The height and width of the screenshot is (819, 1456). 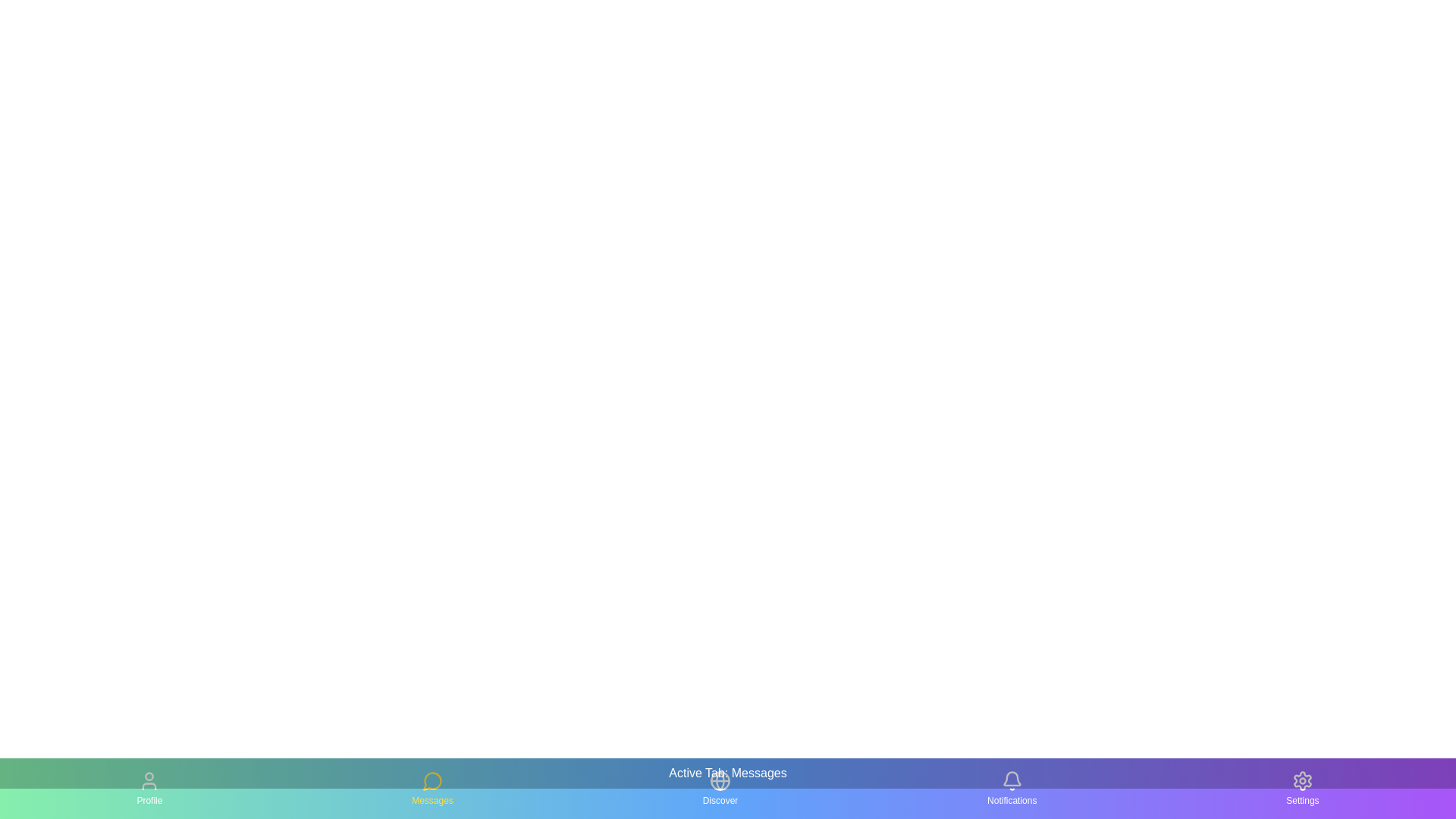 What do you see at coordinates (149, 788) in the screenshot?
I see `the tab labeled Profile` at bounding box center [149, 788].